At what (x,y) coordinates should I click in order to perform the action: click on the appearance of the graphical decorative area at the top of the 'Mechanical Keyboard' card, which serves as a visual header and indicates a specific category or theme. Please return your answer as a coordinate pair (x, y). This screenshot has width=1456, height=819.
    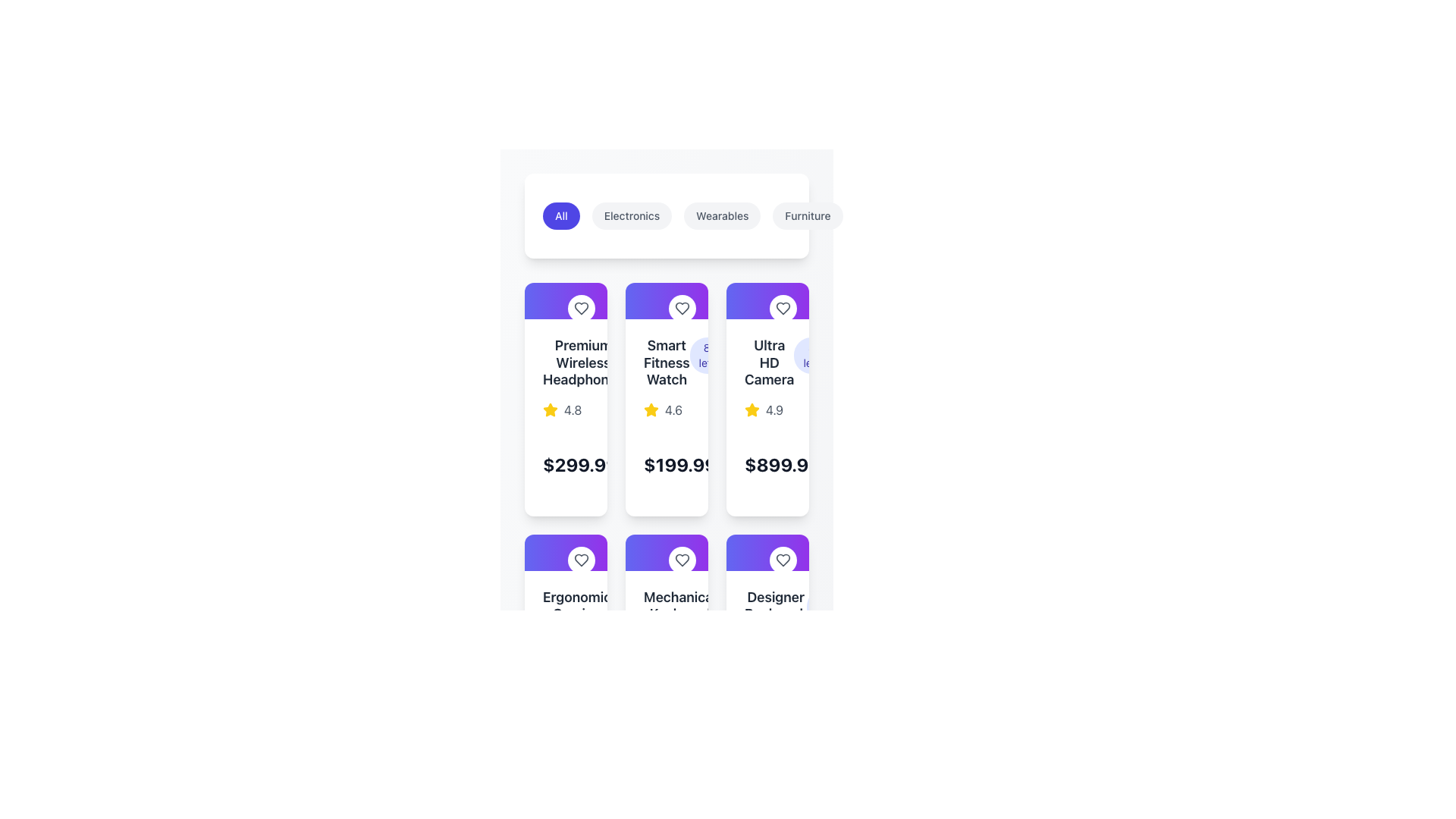
    Looking at the image, I should click on (667, 552).